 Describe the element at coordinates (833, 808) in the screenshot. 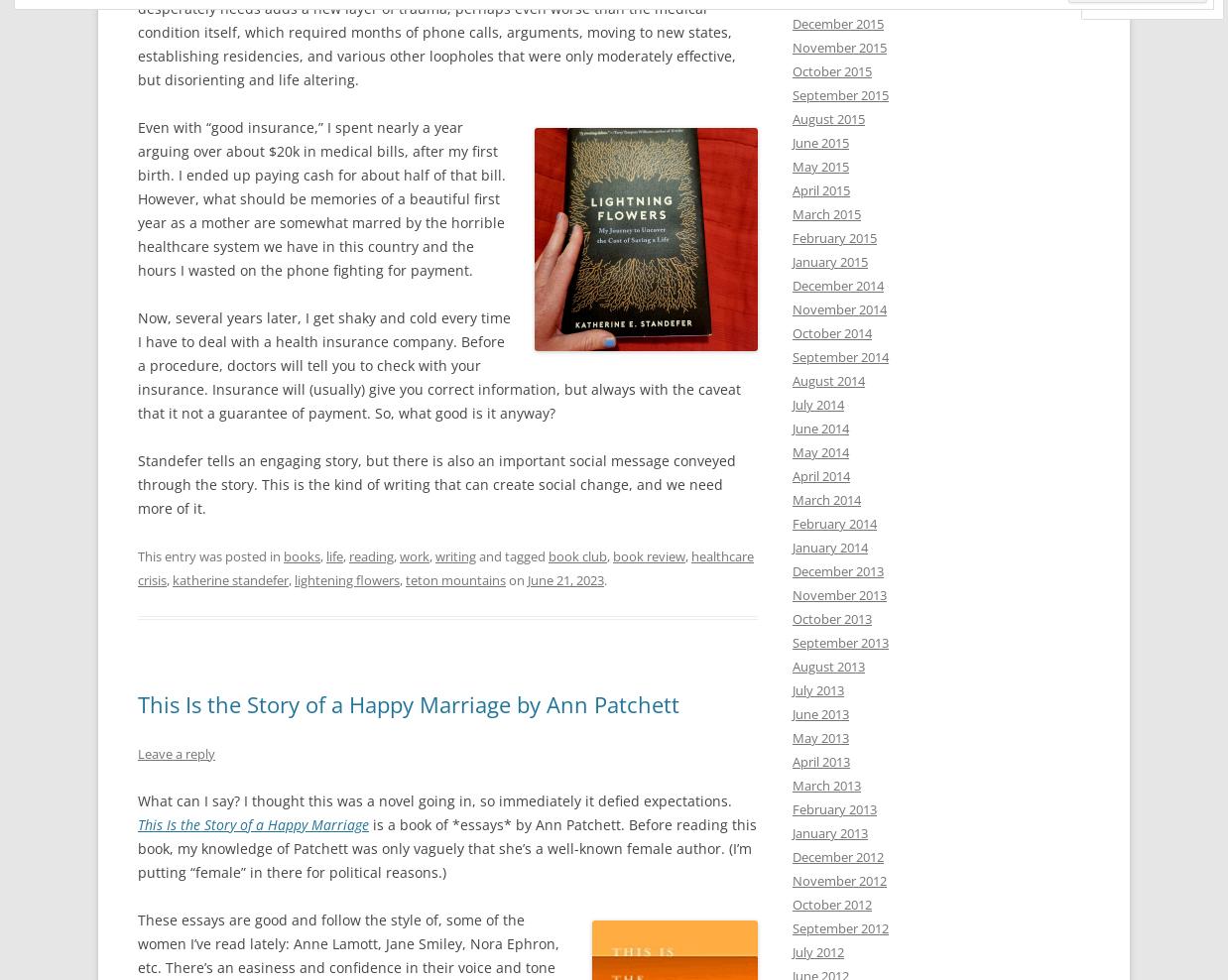

I see `'February 2013'` at that location.